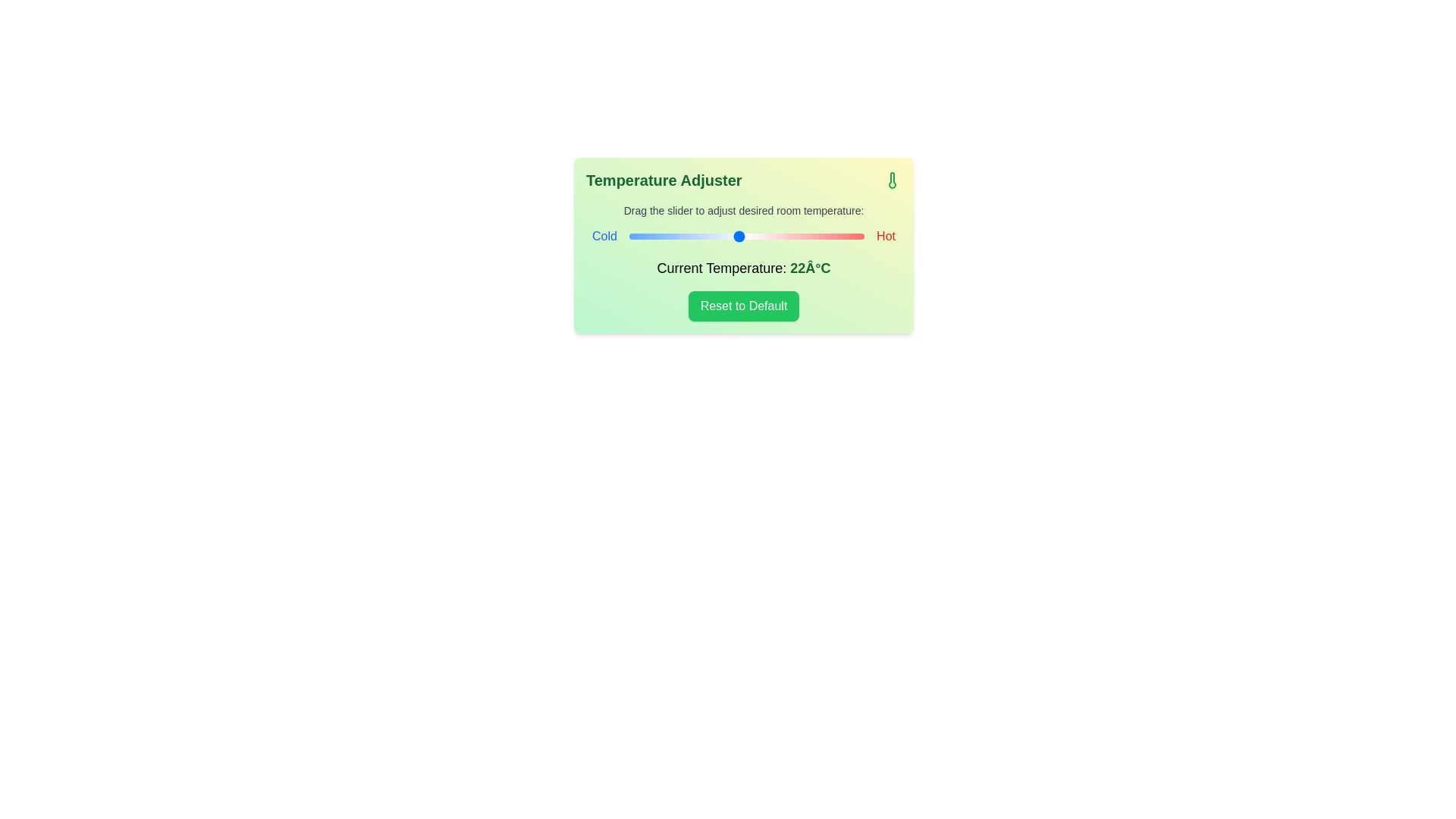 This screenshot has width=1456, height=819. Describe the element at coordinates (739, 237) in the screenshot. I see `the temperature slider to set the temperature to 22°C` at that location.